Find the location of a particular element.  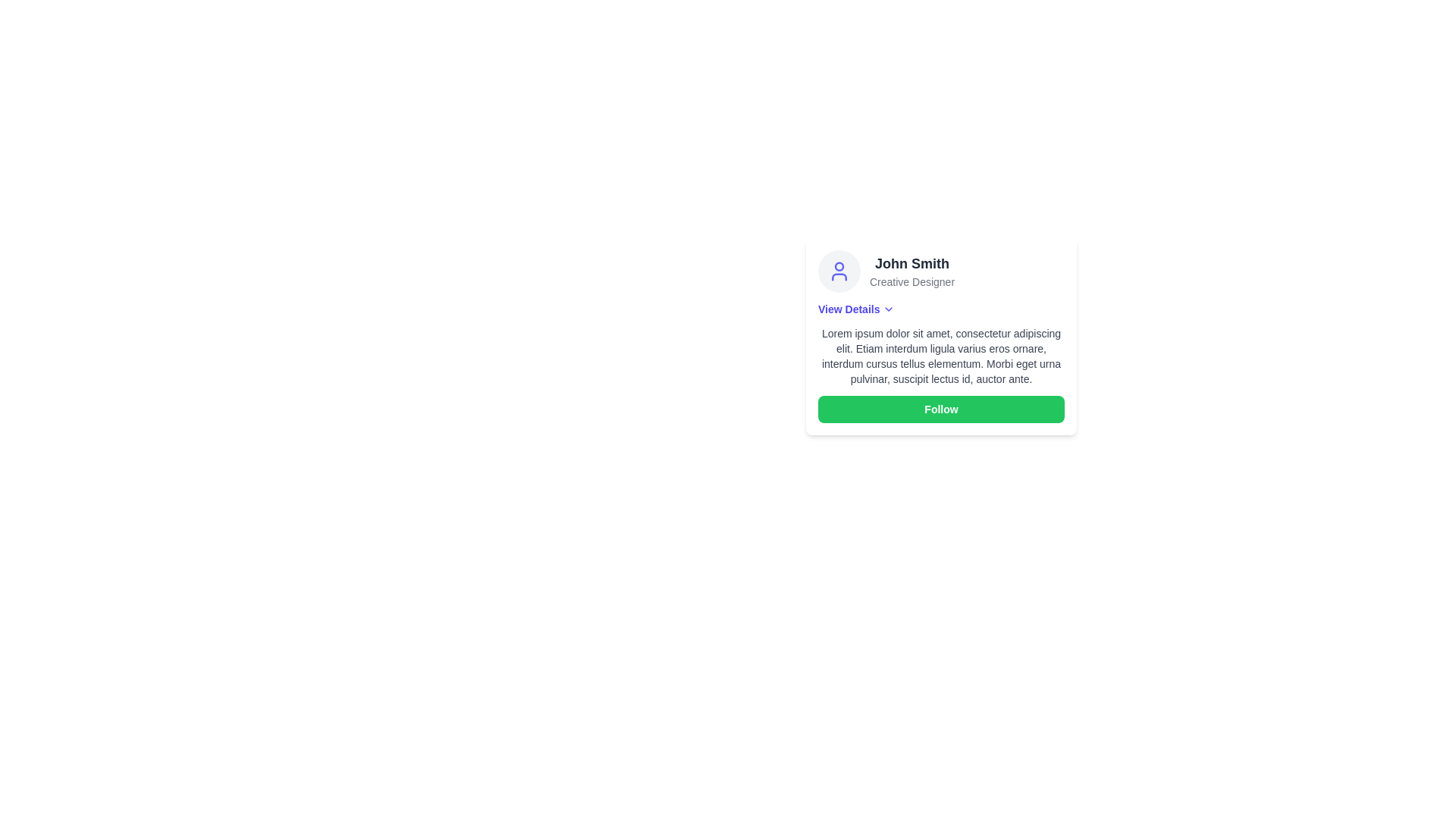

the dropdown icon located immediately to the right of the 'View Details' text is located at coordinates (889, 309).